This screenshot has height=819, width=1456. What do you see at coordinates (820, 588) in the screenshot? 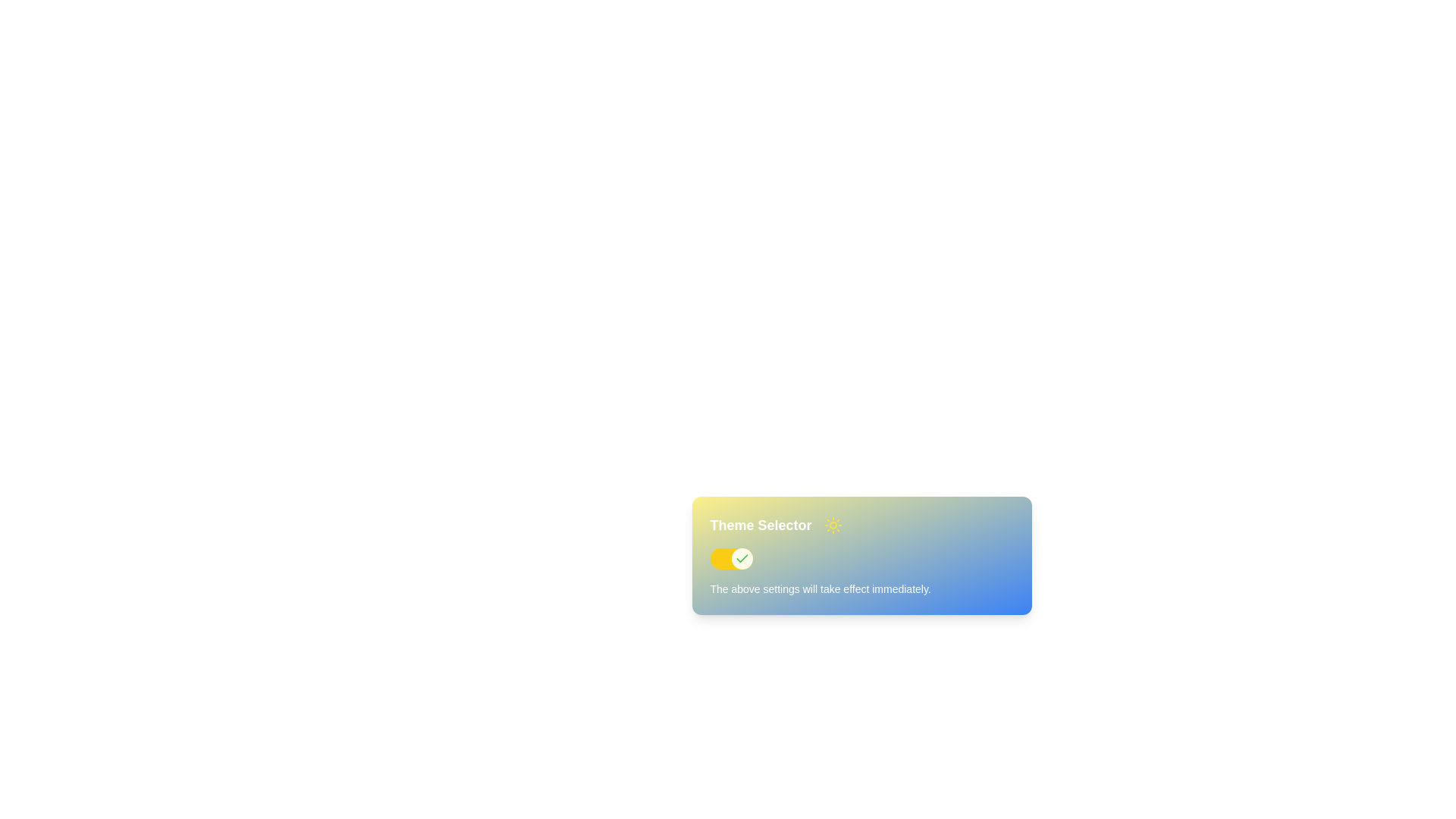
I see `the informational Text Label that indicates settings will be applied immediately, located below the toggle switch and the 'Theme Selector' title label` at bounding box center [820, 588].